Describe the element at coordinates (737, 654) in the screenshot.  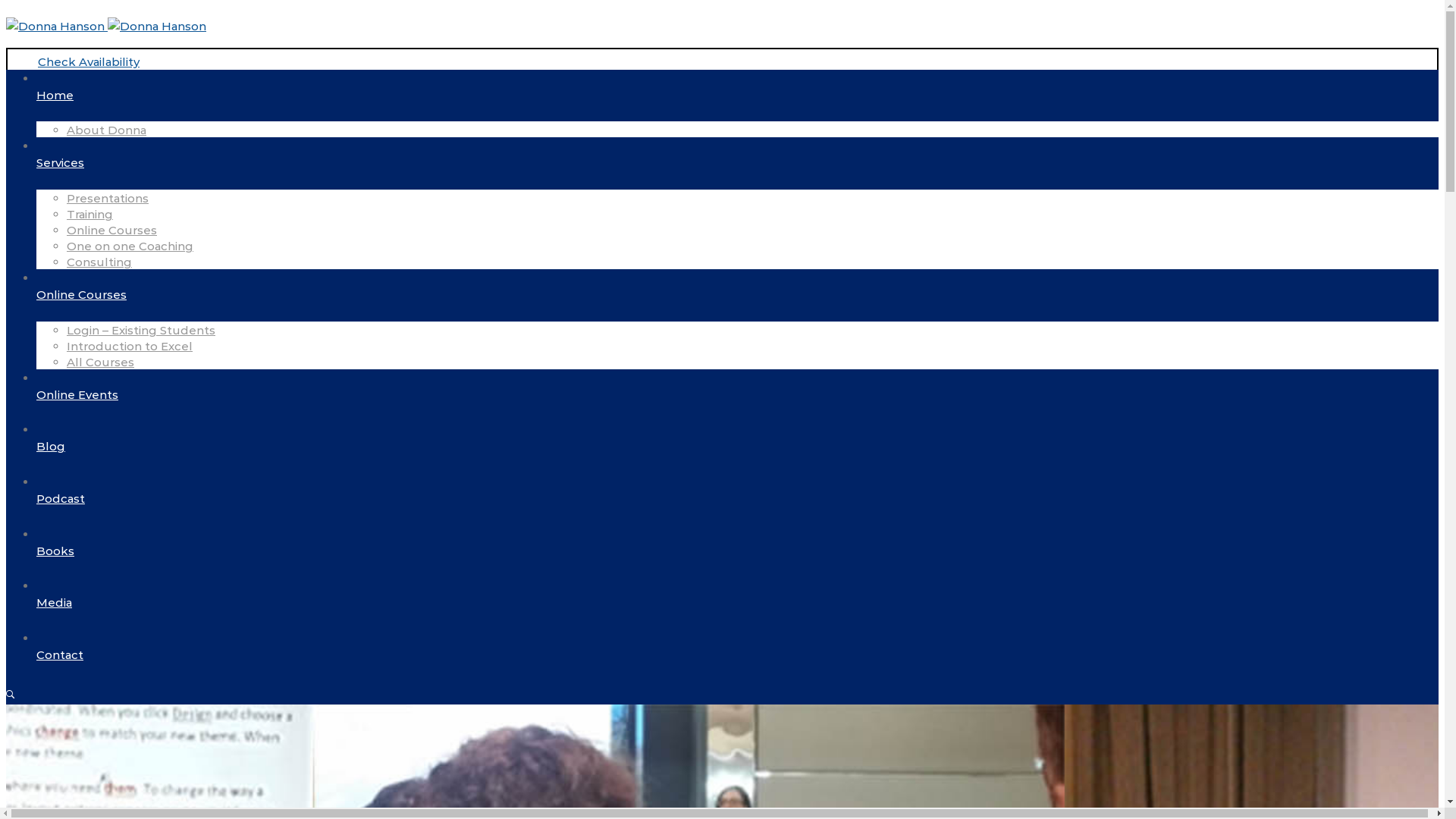
I see `'Contact'` at that location.